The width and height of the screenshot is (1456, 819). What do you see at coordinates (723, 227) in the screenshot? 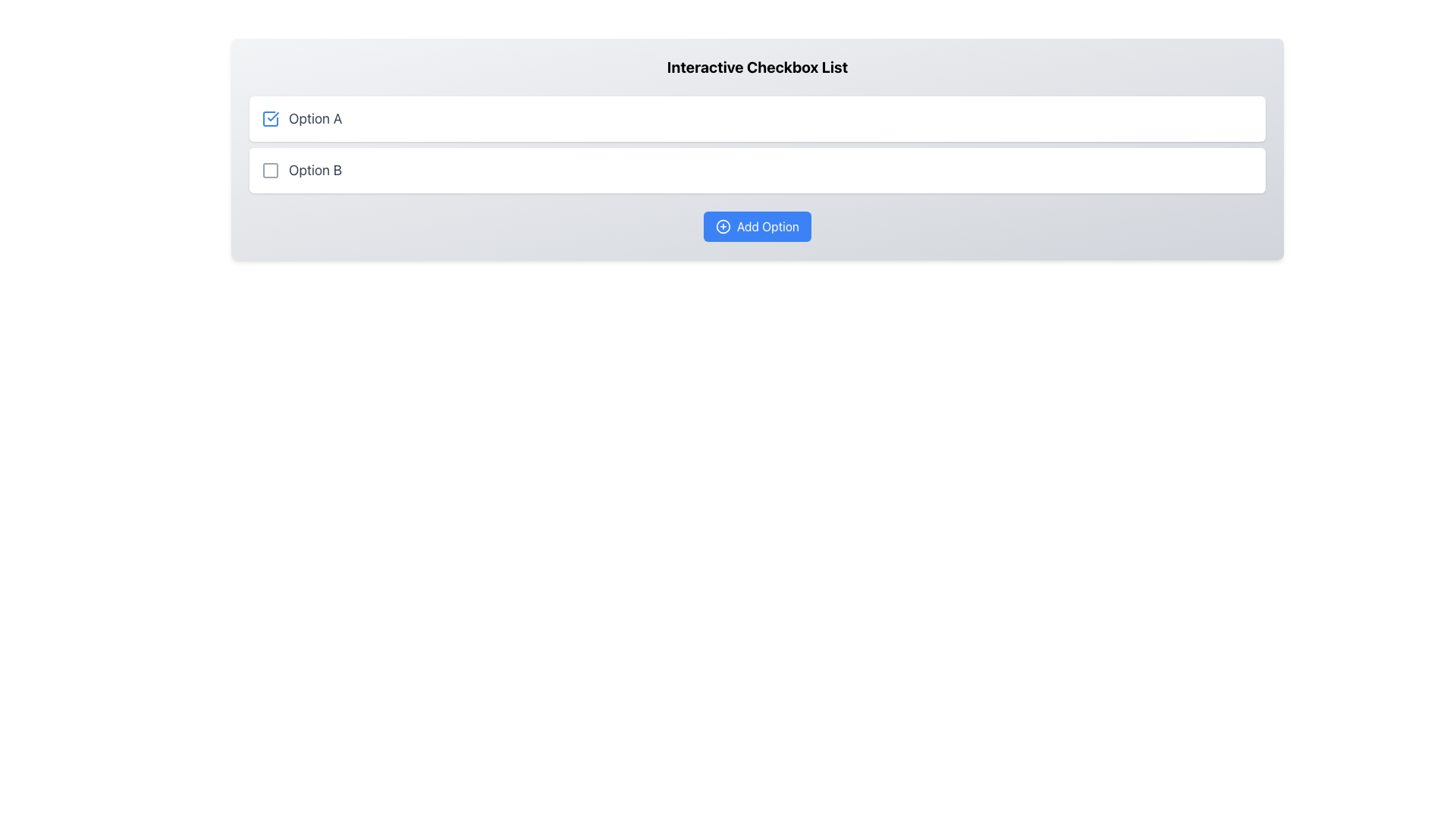
I see `the SVG Circle that visually indicates an action related to adding options, which is centrally located in the graphical icon above the 'Add Option' button` at bounding box center [723, 227].